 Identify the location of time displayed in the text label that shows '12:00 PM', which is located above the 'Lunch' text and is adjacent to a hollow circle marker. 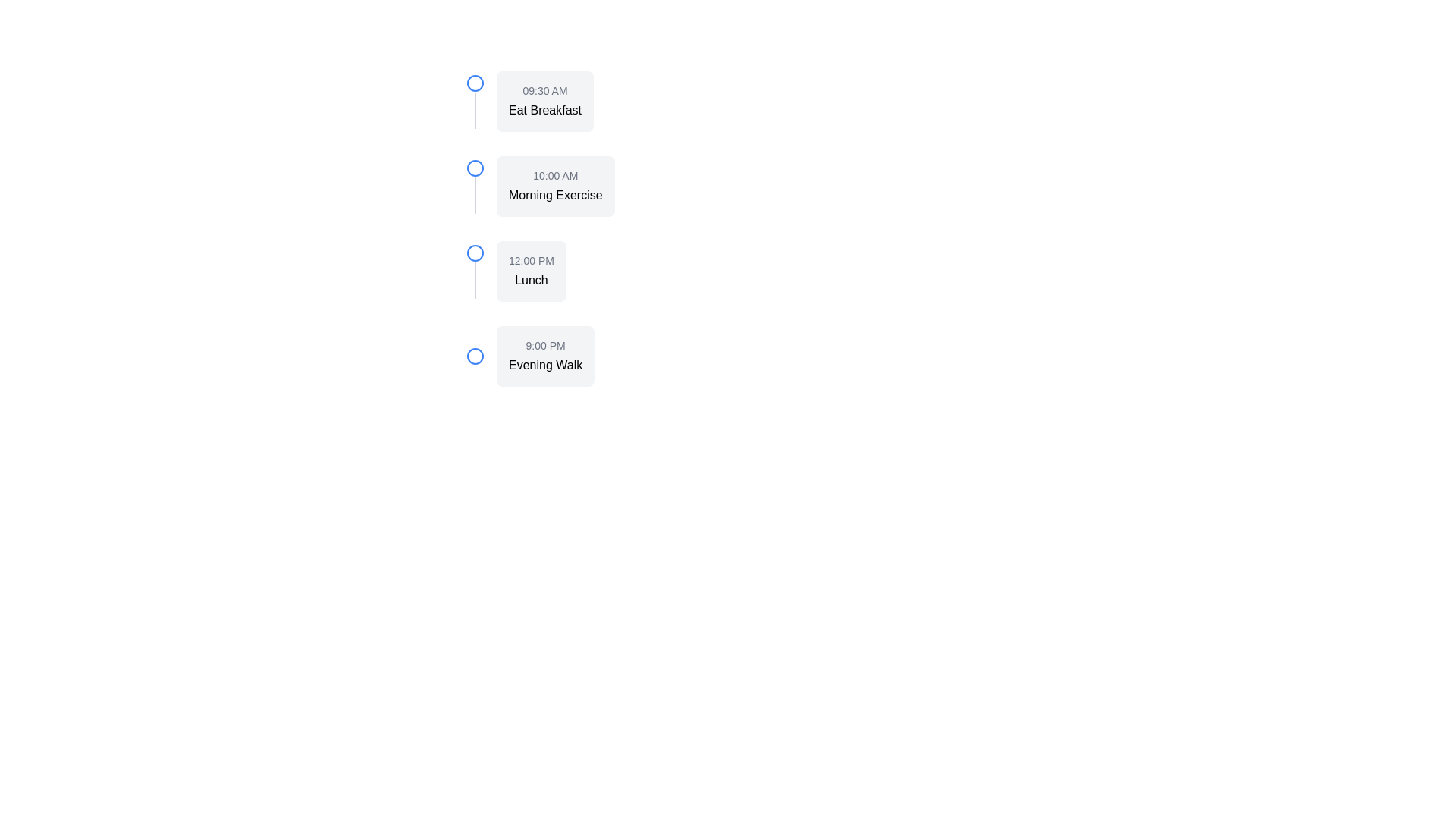
(531, 259).